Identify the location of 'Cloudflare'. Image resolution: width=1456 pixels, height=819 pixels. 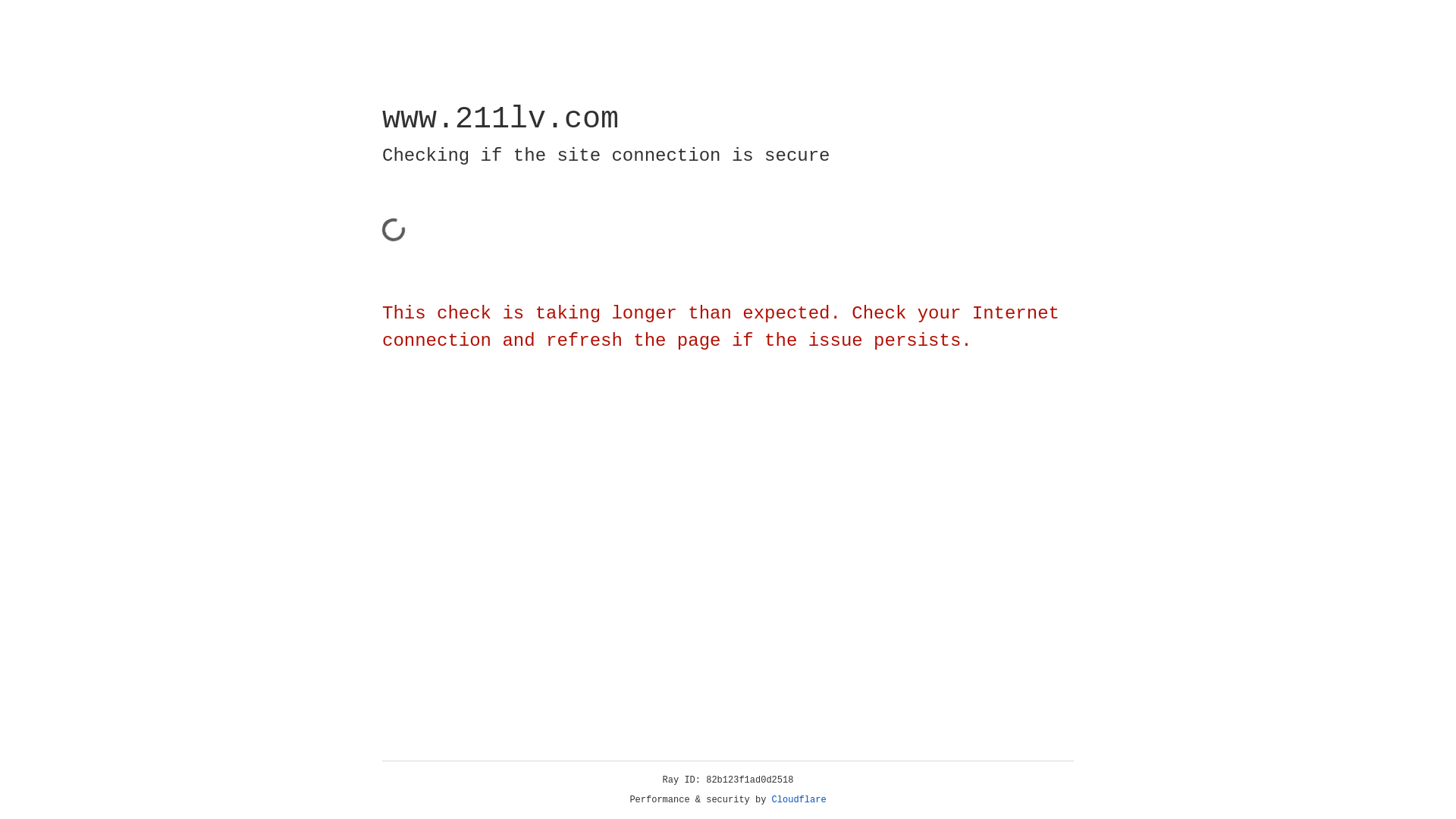
(799, 799).